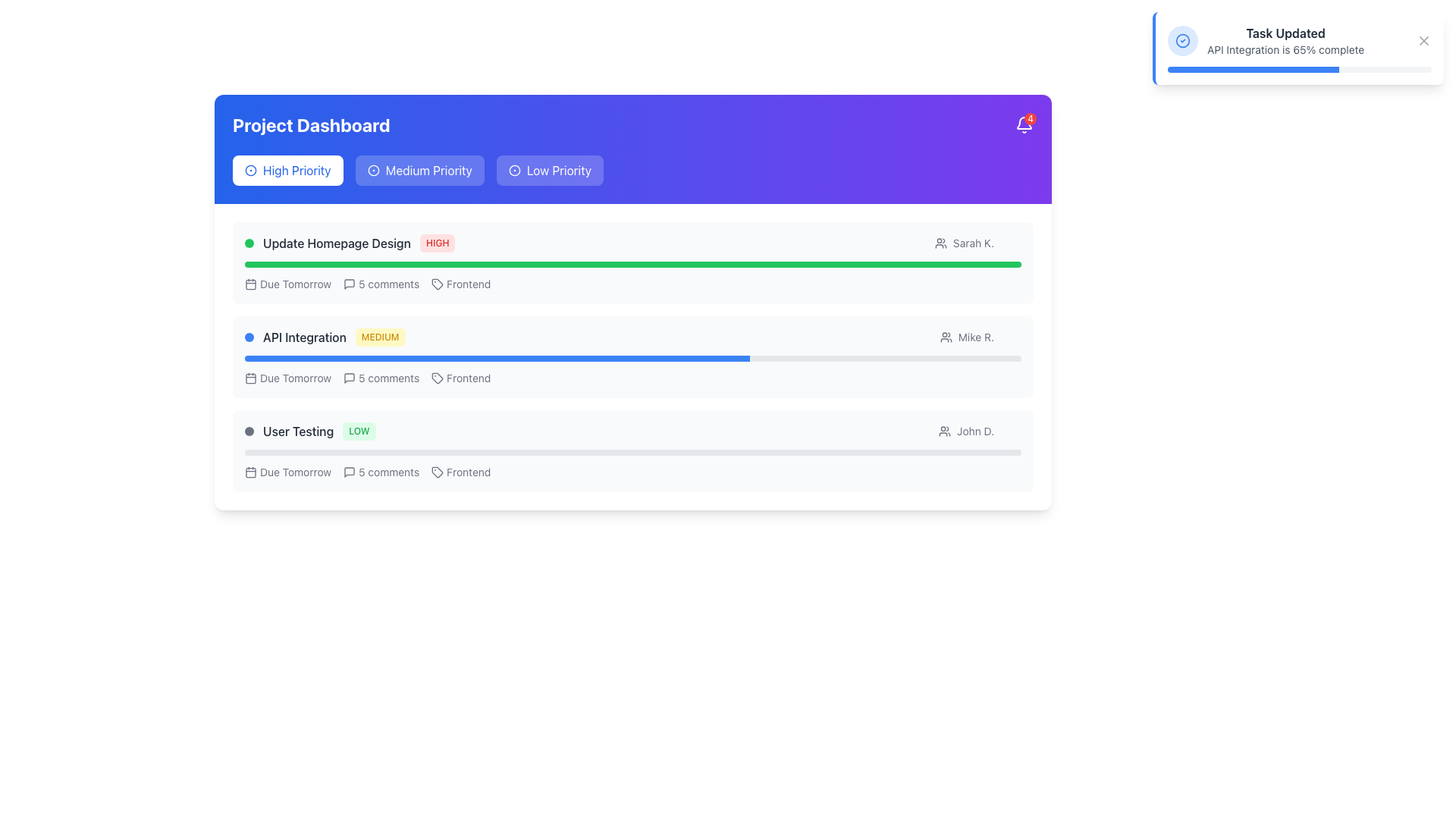  What do you see at coordinates (1285, 33) in the screenshot?
I see `the text label at the top of the notification card, which summarizes the update or alert being conveyed, located at the top-right side of the interface` at bounding box center [1285, 33].